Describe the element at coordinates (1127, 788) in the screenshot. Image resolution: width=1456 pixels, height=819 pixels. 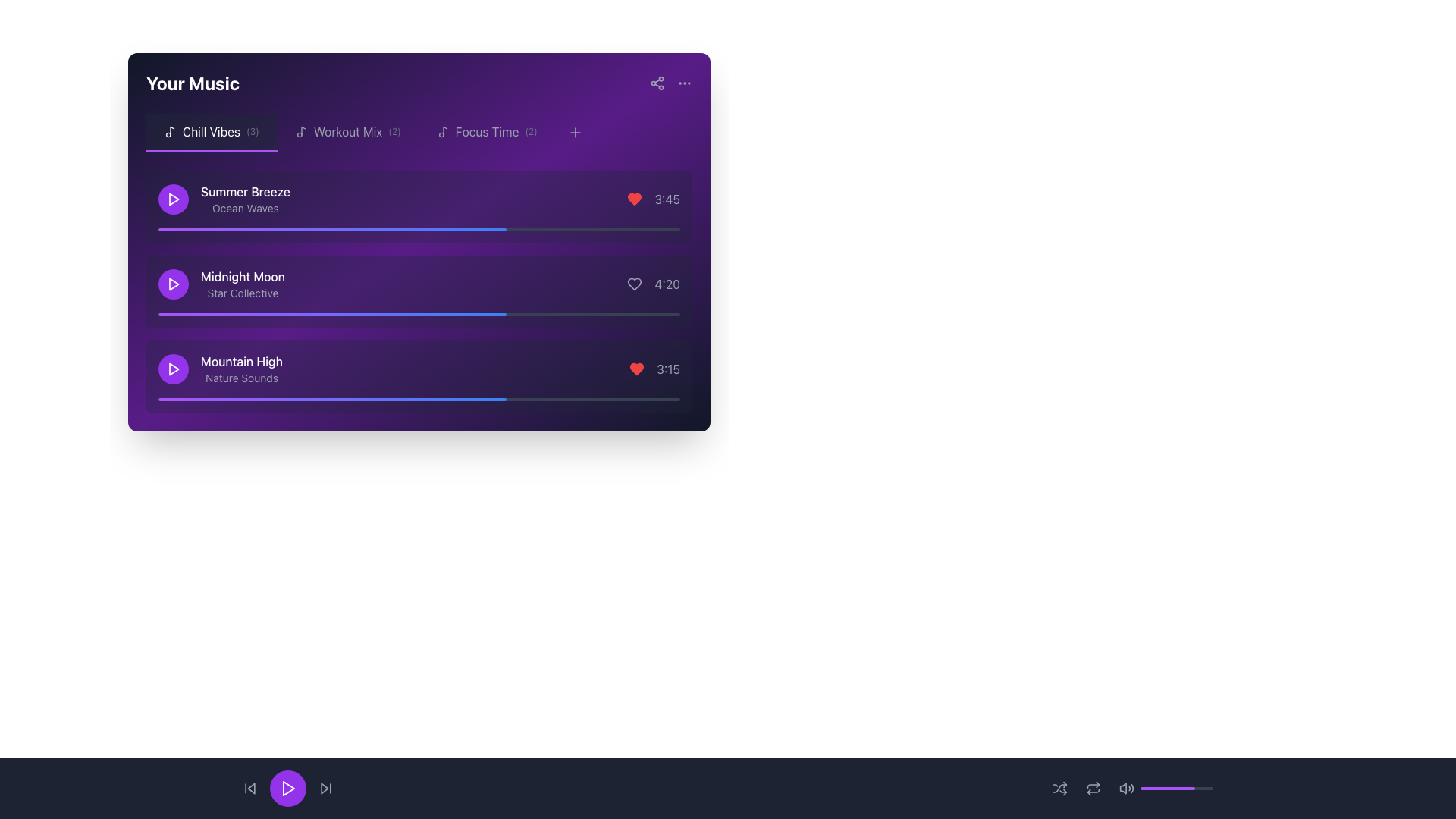
I see `the speaker icon with sound waves located at the bottom-right corner of the music player interface` at that location.